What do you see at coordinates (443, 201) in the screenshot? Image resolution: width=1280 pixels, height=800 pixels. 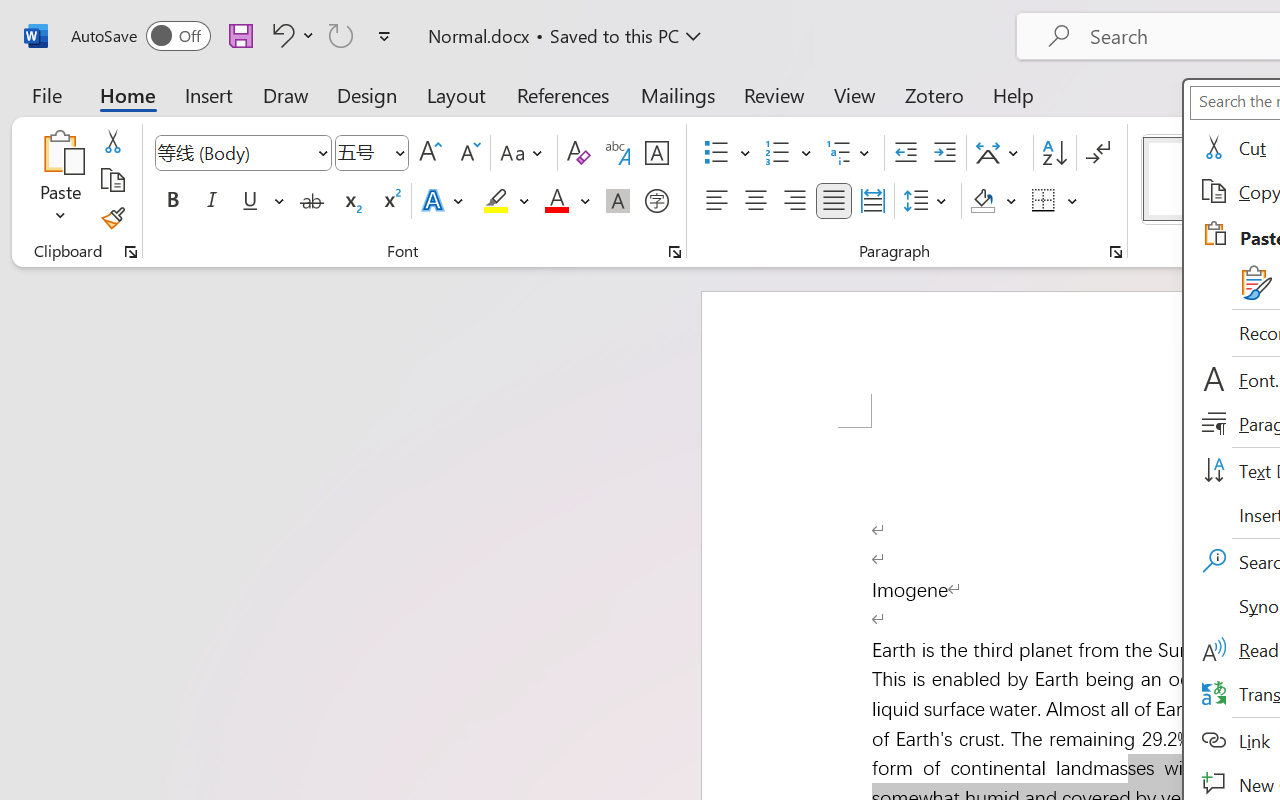 I see `'Text Effects and Typography'` at bounding box center [443, 201].